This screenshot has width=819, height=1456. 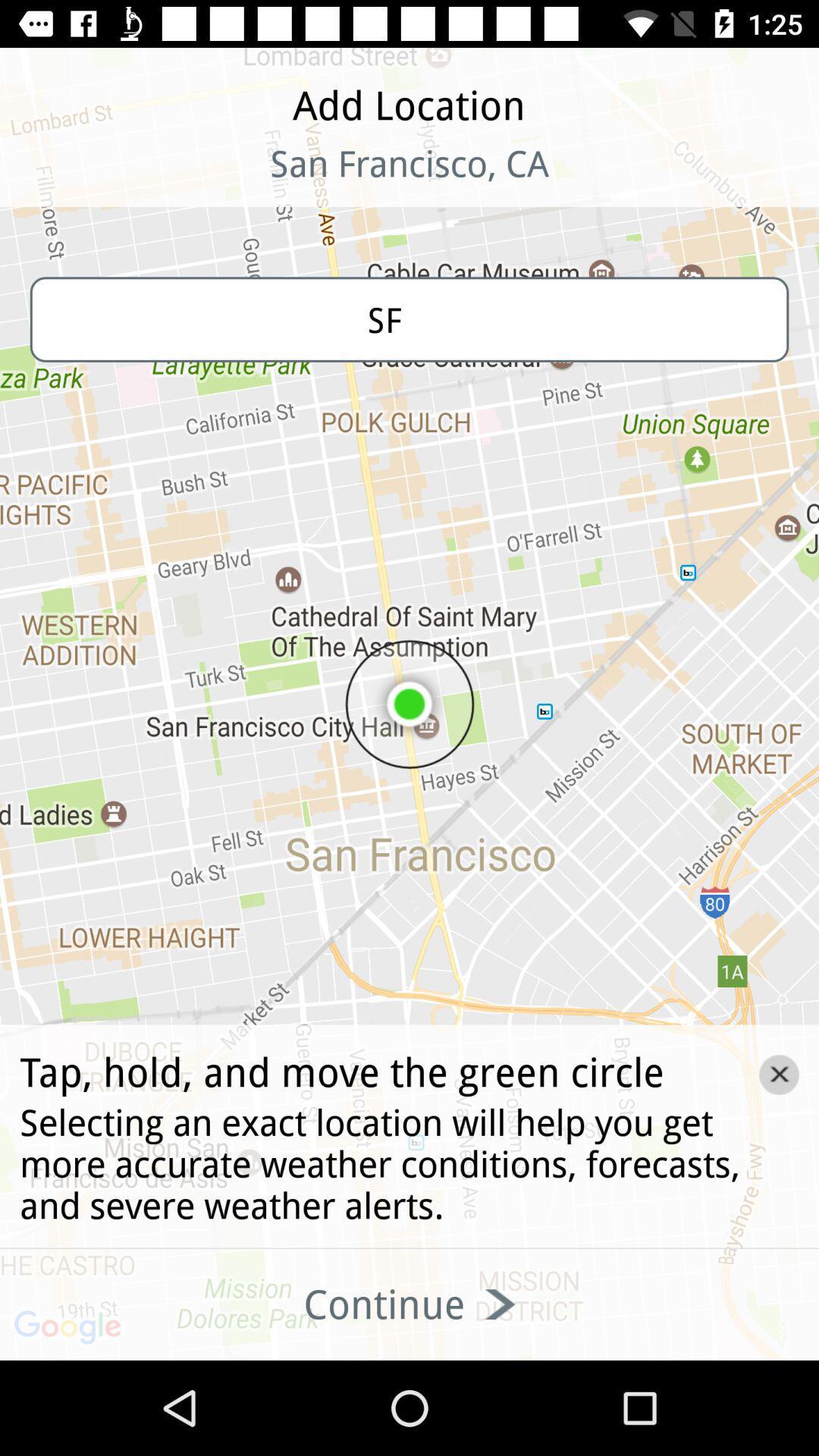 I want to click on the sf, so click(x=409, y=318).